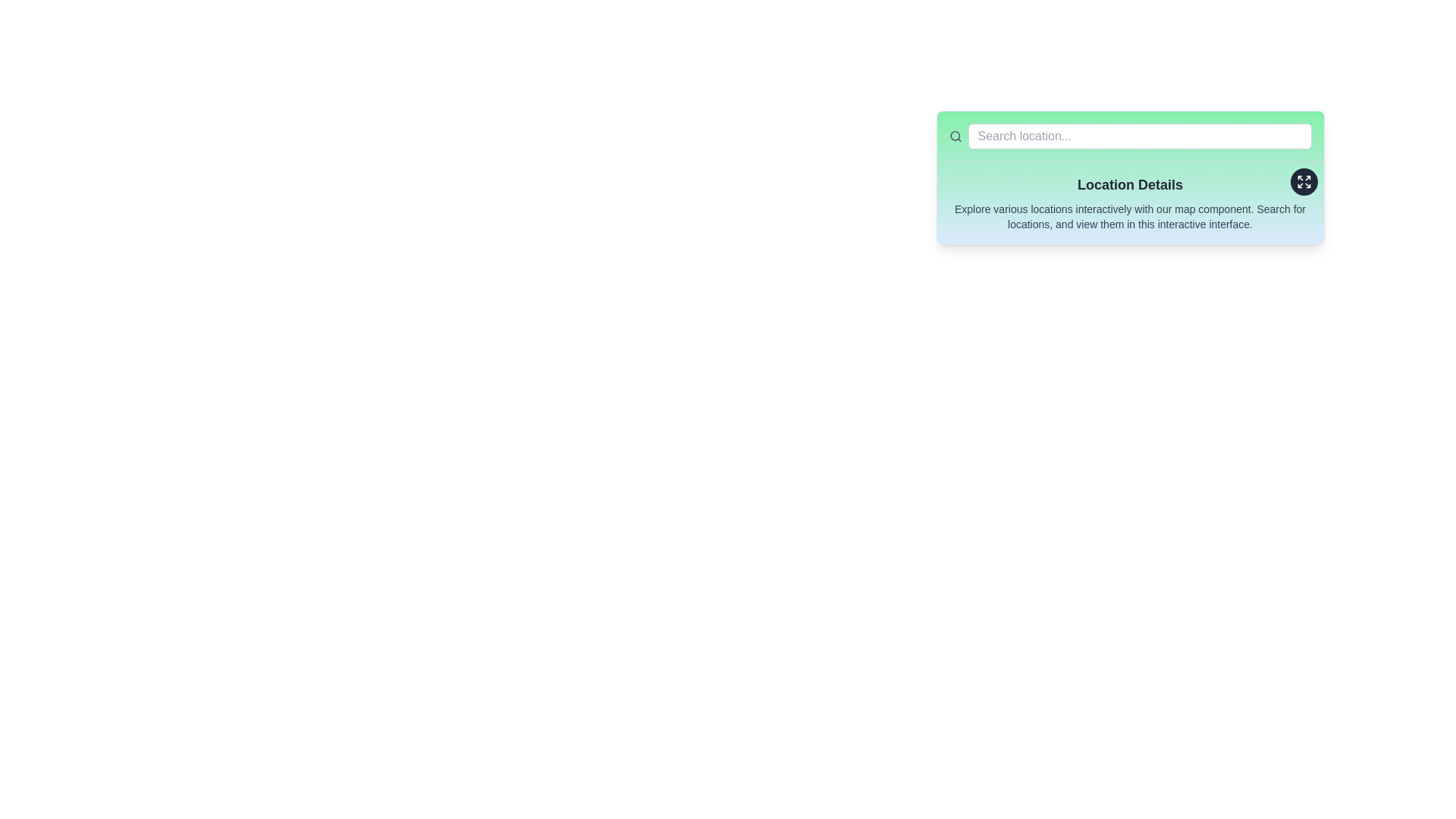 This screenshot has width=1456, height=819. I want to click on the circular magnifying glass icon that symbolizes the search function, which is located on a green background to the left of the search input box labeled 'Search location...', so click(954, 136).